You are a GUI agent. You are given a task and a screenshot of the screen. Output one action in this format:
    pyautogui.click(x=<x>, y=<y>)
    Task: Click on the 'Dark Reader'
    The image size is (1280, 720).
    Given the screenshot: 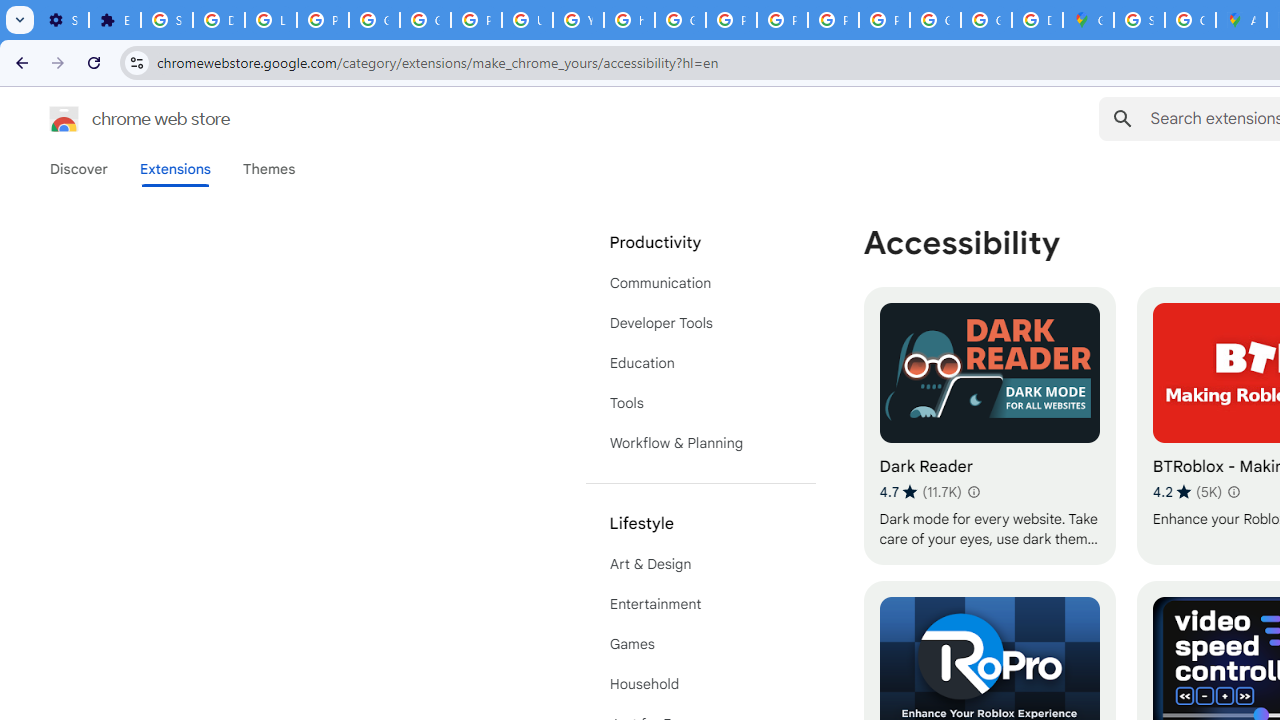 What is the action you would take?
    pyautogui.click(x=989, y=425)
    